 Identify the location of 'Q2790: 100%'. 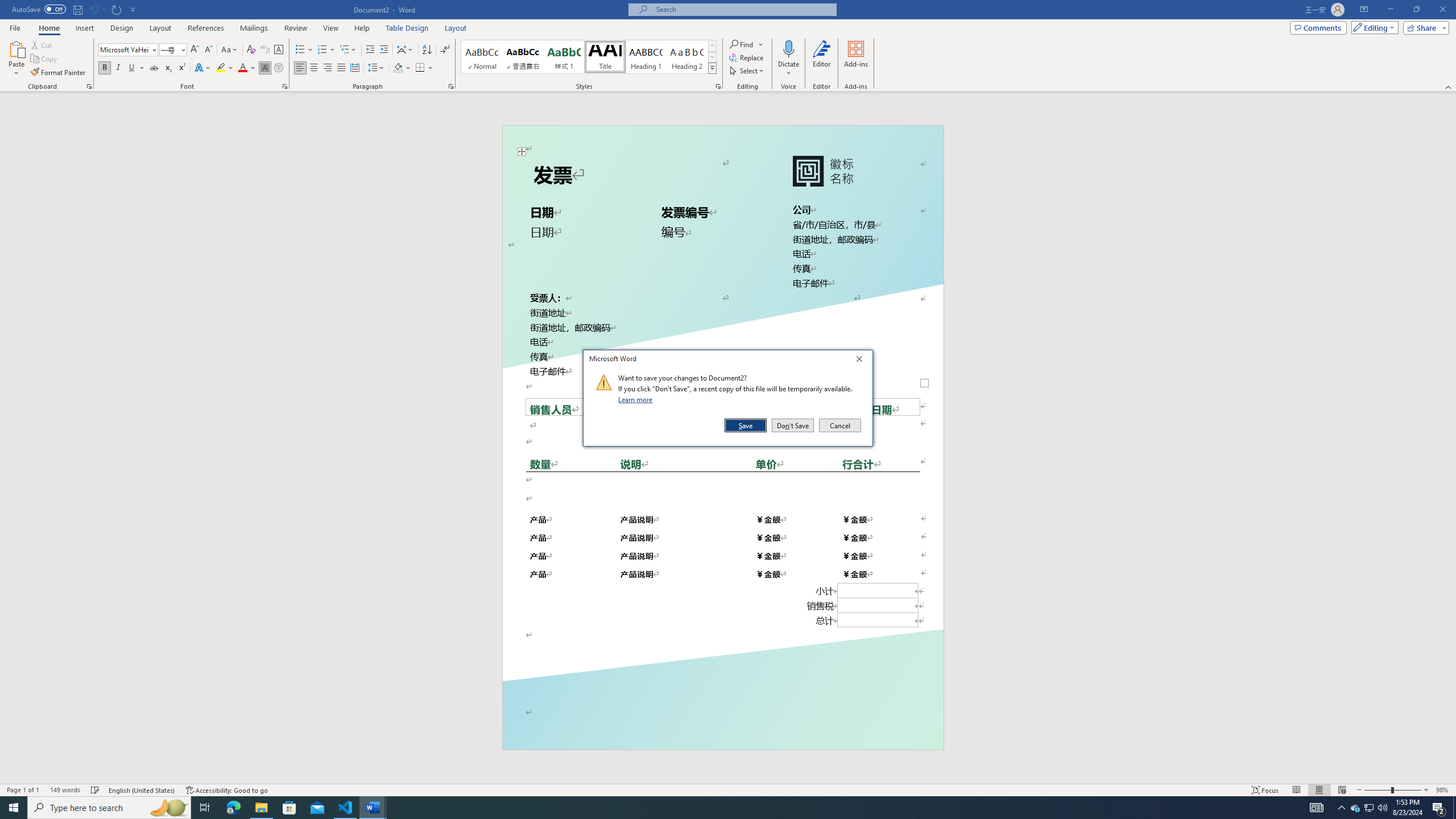
(1381, 806).